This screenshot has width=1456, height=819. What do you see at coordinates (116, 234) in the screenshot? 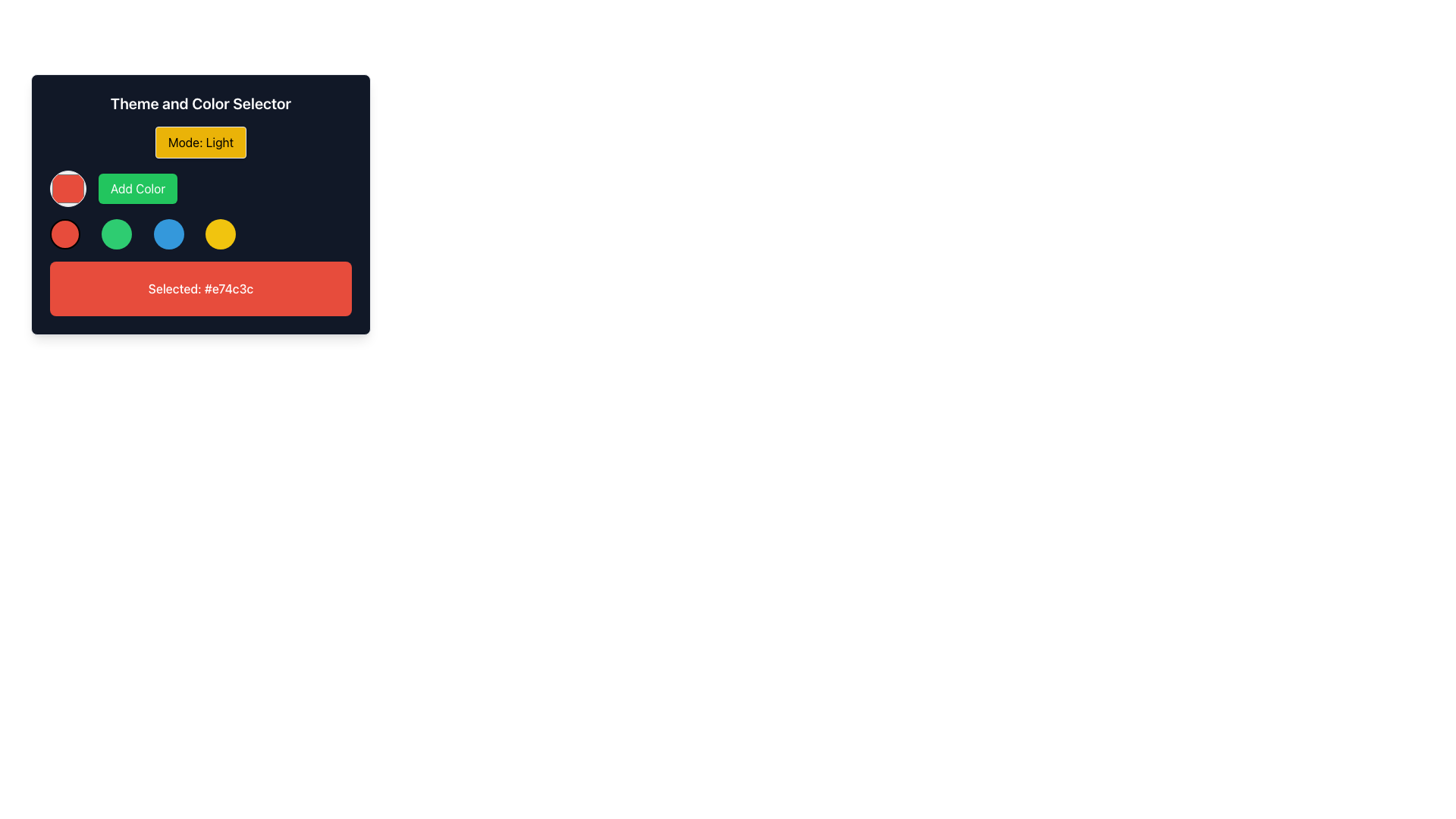
I see `the Color selector button, which is the second element in a horizontal grid` at bounding box center [116, 234].